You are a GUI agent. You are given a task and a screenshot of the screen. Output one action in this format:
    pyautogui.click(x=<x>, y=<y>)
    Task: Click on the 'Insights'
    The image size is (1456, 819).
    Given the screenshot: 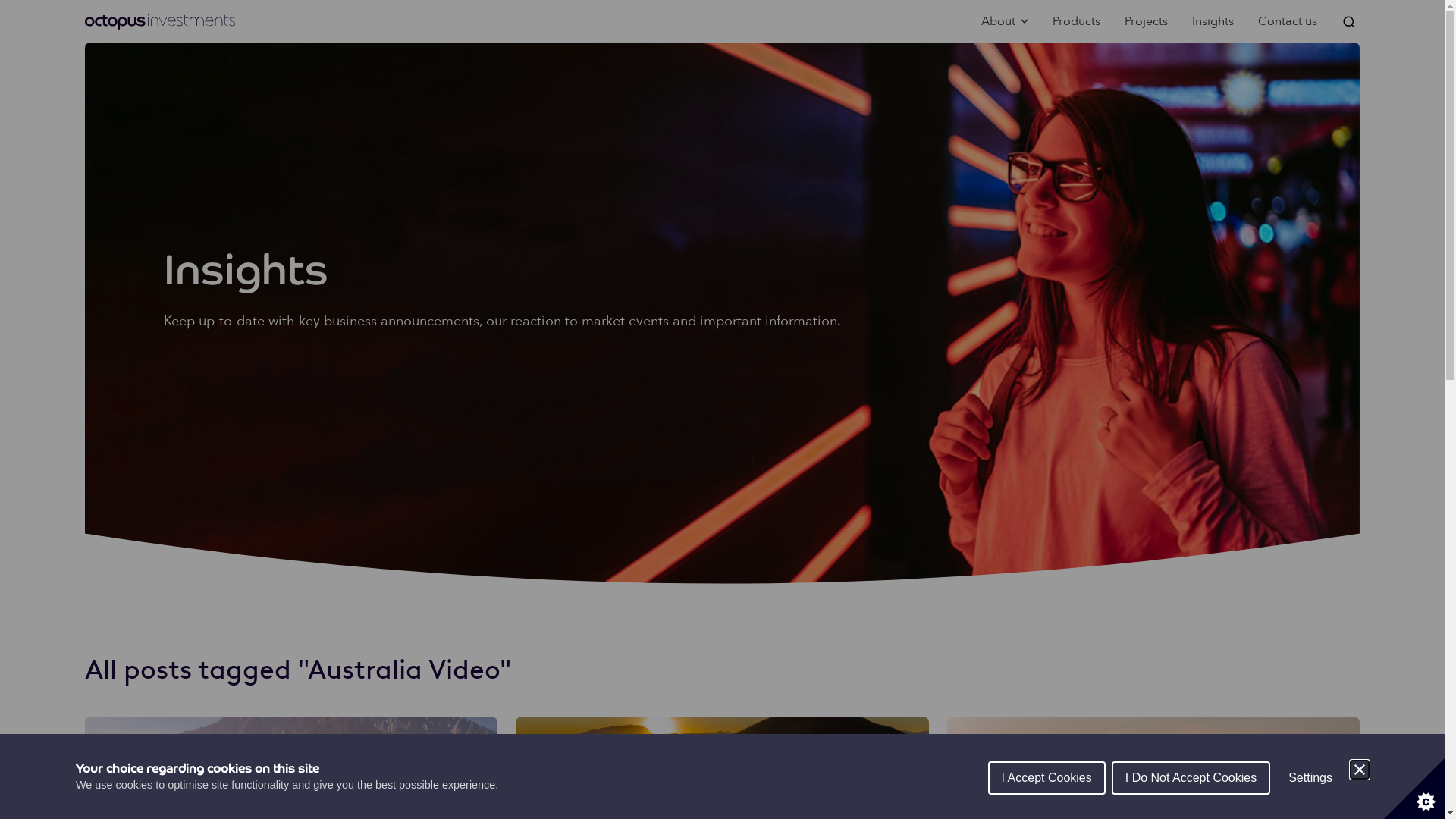 What is the action you would take?
    pyautogui.click(x=1212, y=20)
    